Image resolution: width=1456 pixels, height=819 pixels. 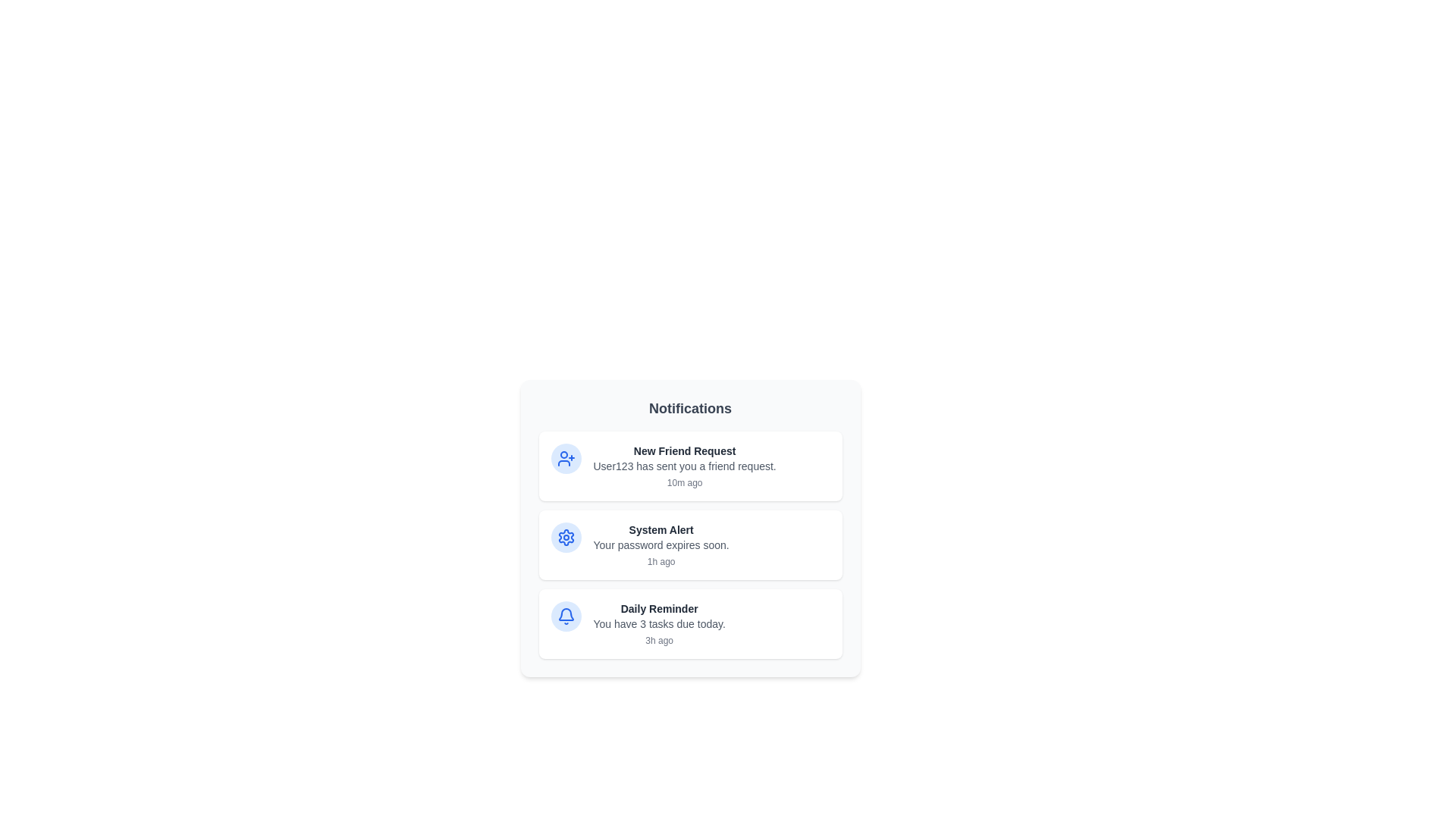 I want to click on the icon of the notification corresponding to Daily Reminder, so click(x=565, y=617).